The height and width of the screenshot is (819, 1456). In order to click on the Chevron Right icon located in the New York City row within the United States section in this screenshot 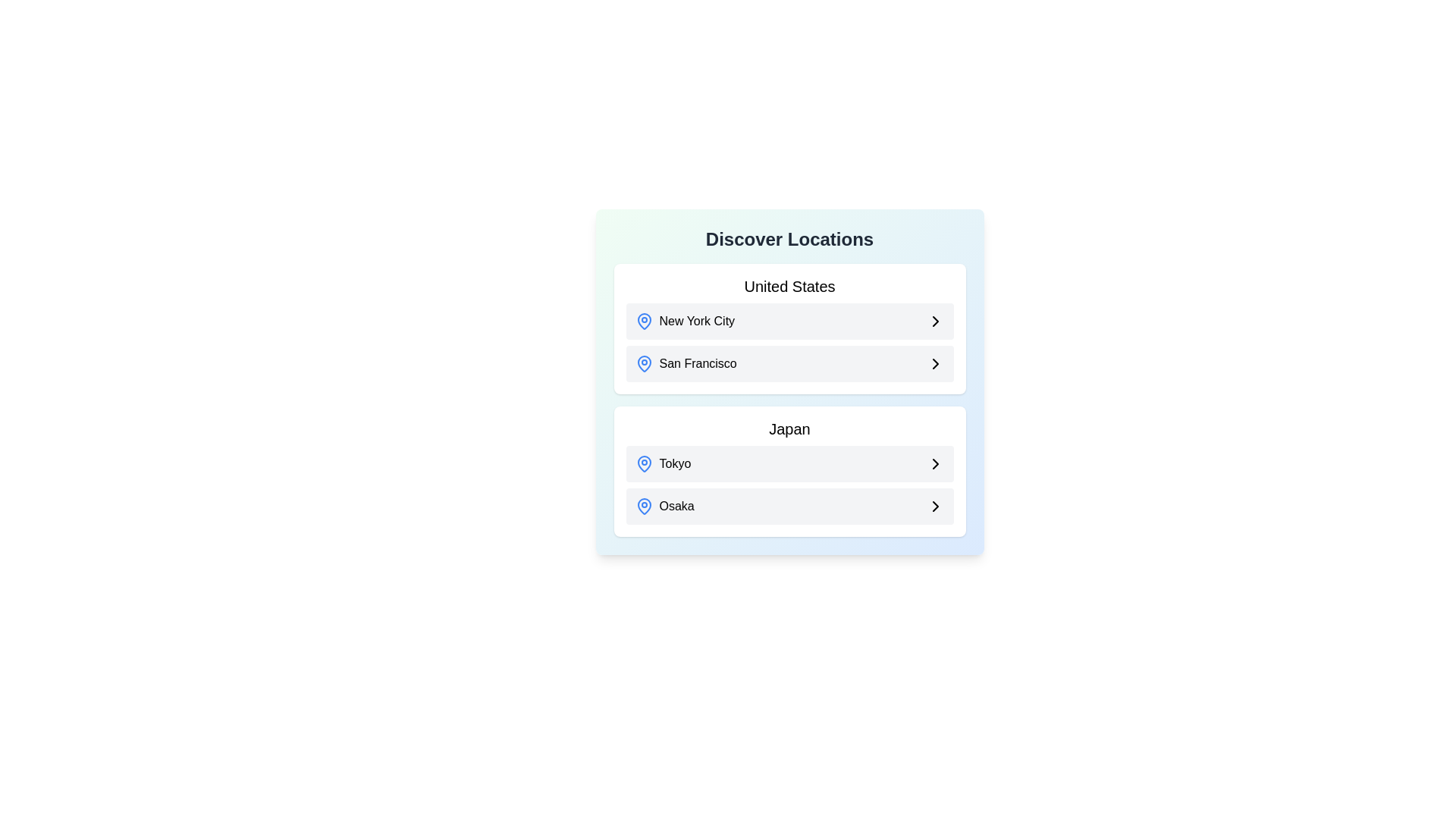, I will do `click(934, 321)`.